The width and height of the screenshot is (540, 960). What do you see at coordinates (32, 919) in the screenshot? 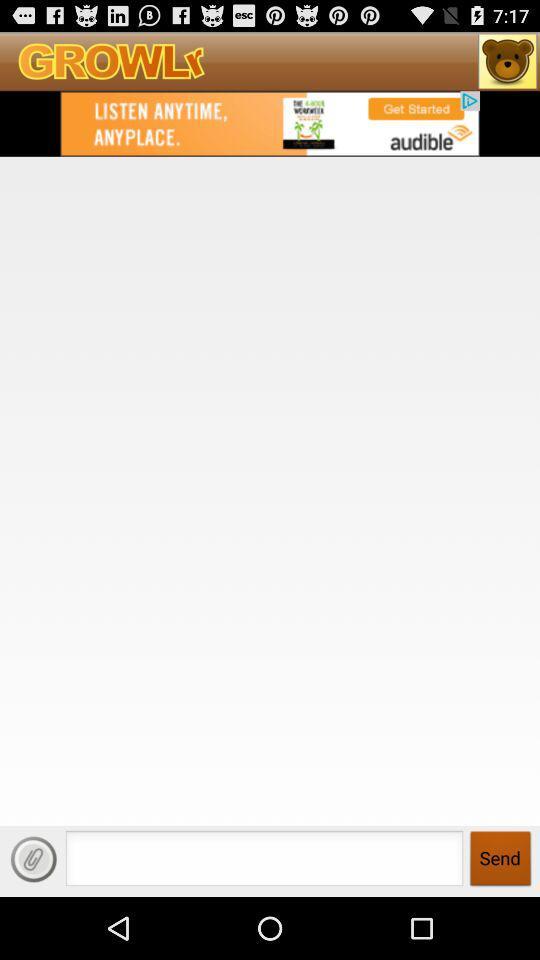
I see `the attach_file icon` at bounding box center [32, 919].